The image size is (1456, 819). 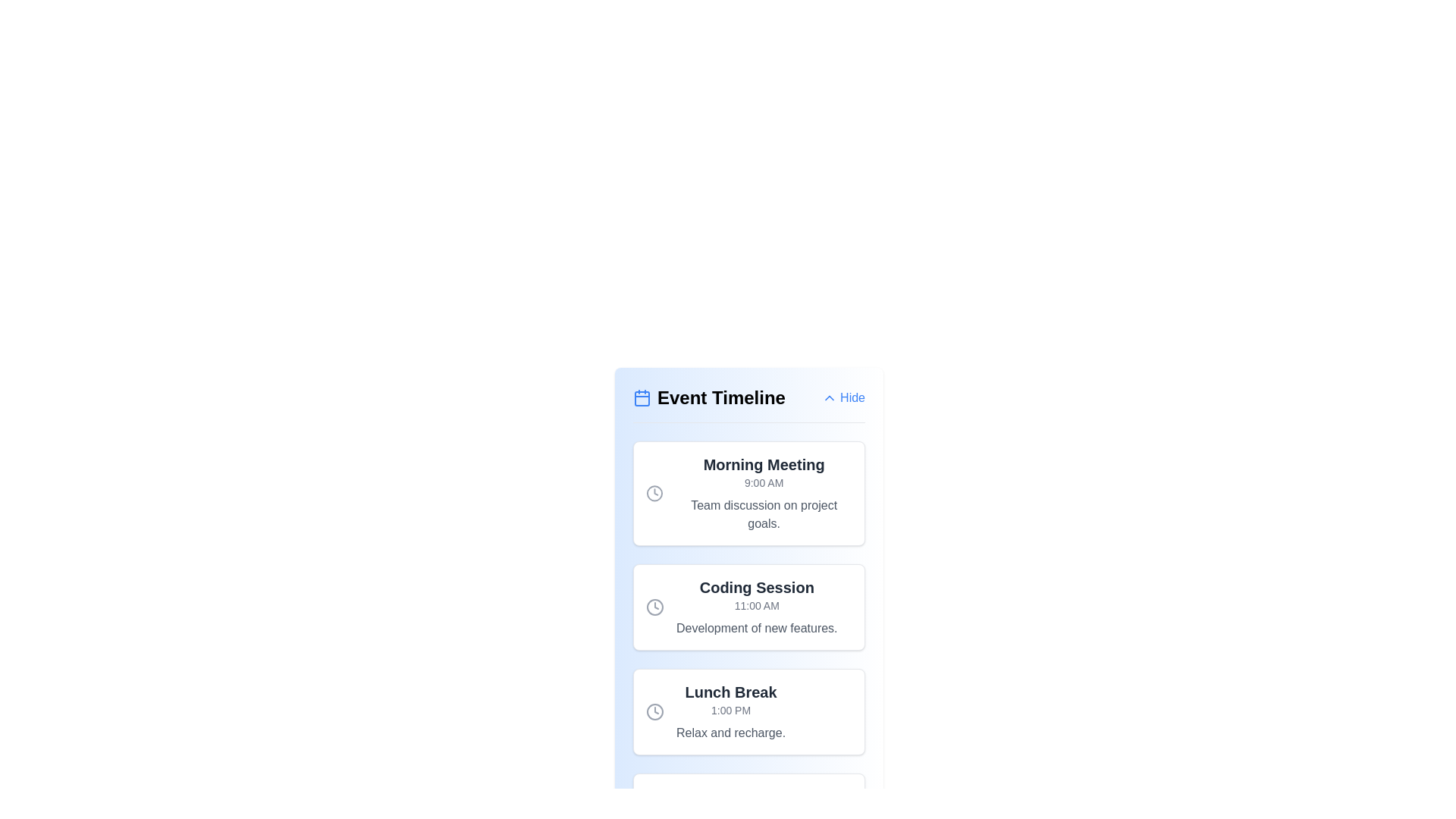 What do you see at coordinates (654, 494) in the screenshot?
I see `the time indicator icon associated with the 'Morning Meeting' event card, located next to the text '9:00 AM' on the left side of the card in the 'Event Timeline'` at bounding box center [654, 494].